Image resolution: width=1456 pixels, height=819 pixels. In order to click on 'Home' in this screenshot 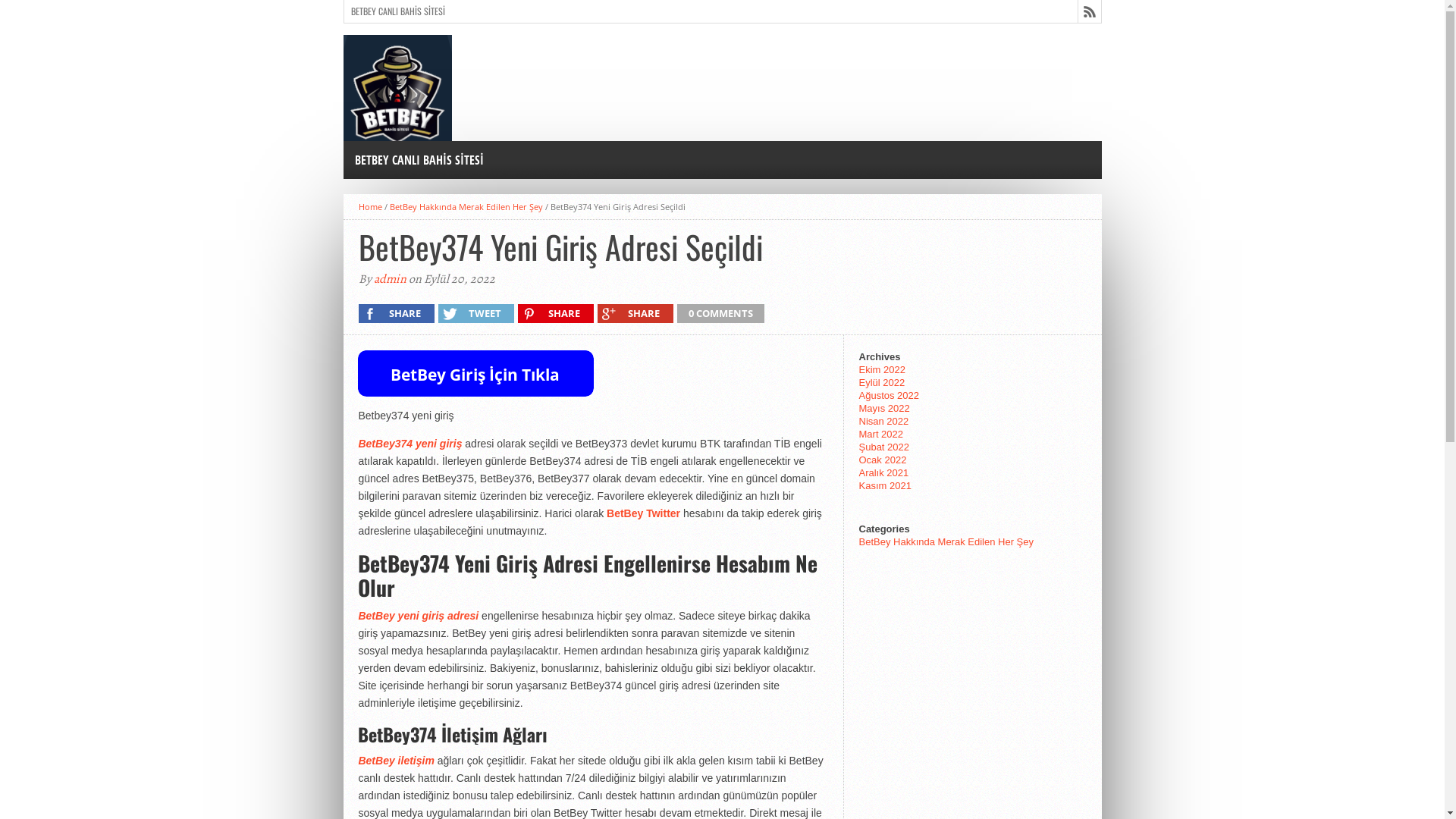, I will do `click(369, 206)`.